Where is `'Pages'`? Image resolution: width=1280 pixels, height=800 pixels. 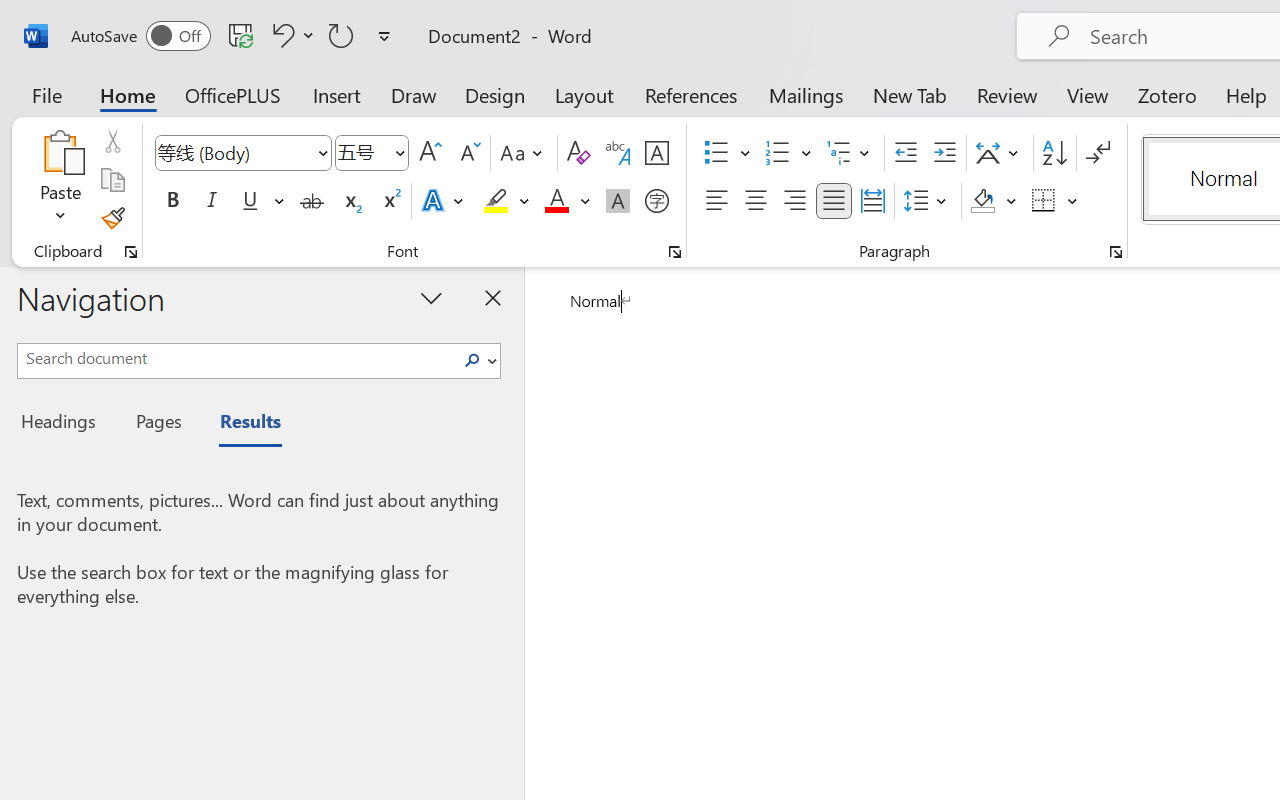 'Pages' is located at coordinates (155, 424).